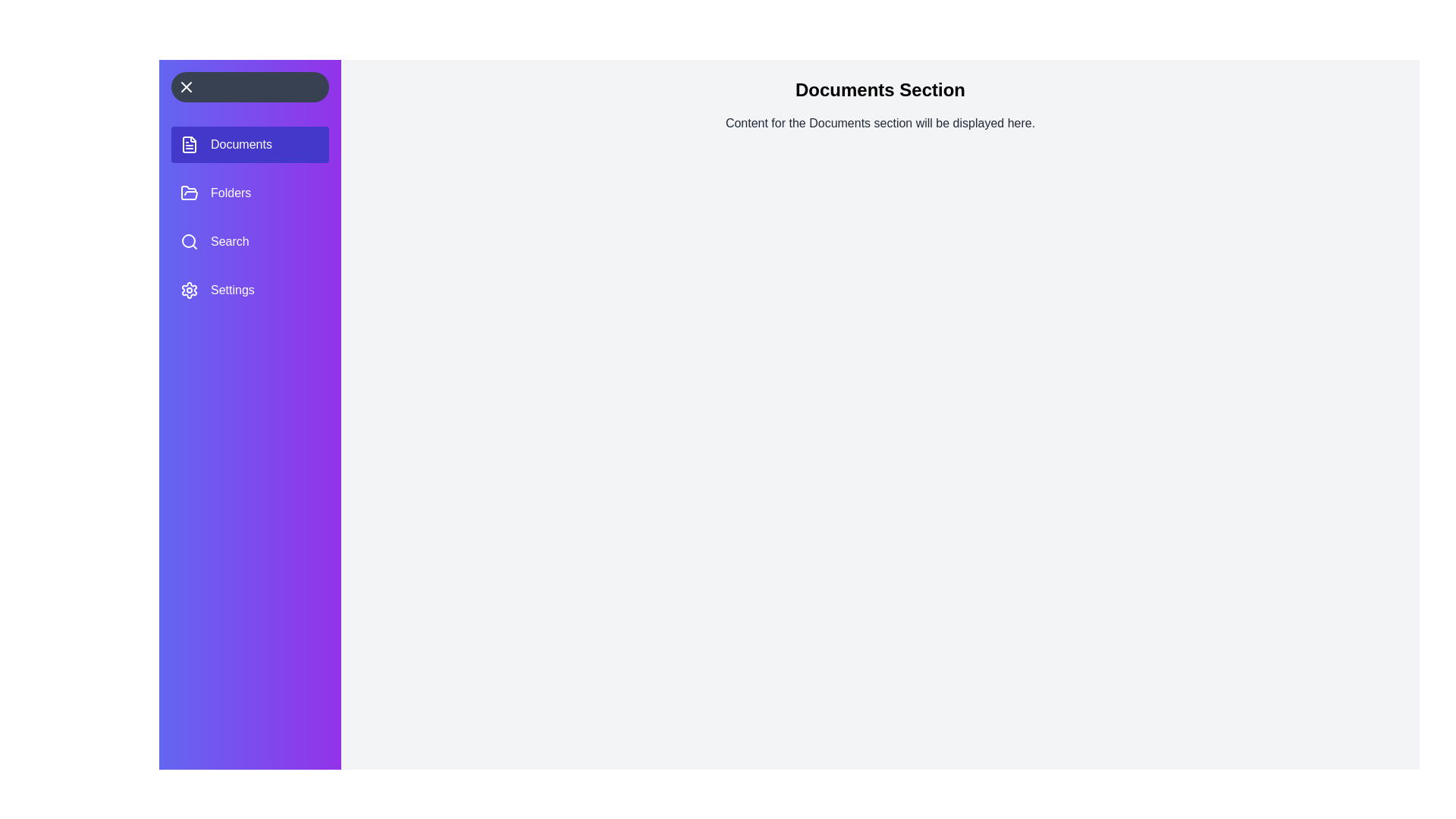 This screenshot has height=819, width=1456. I want to click on the toggle button to toggle the navigation drawer open or closed, so click(250, 87).